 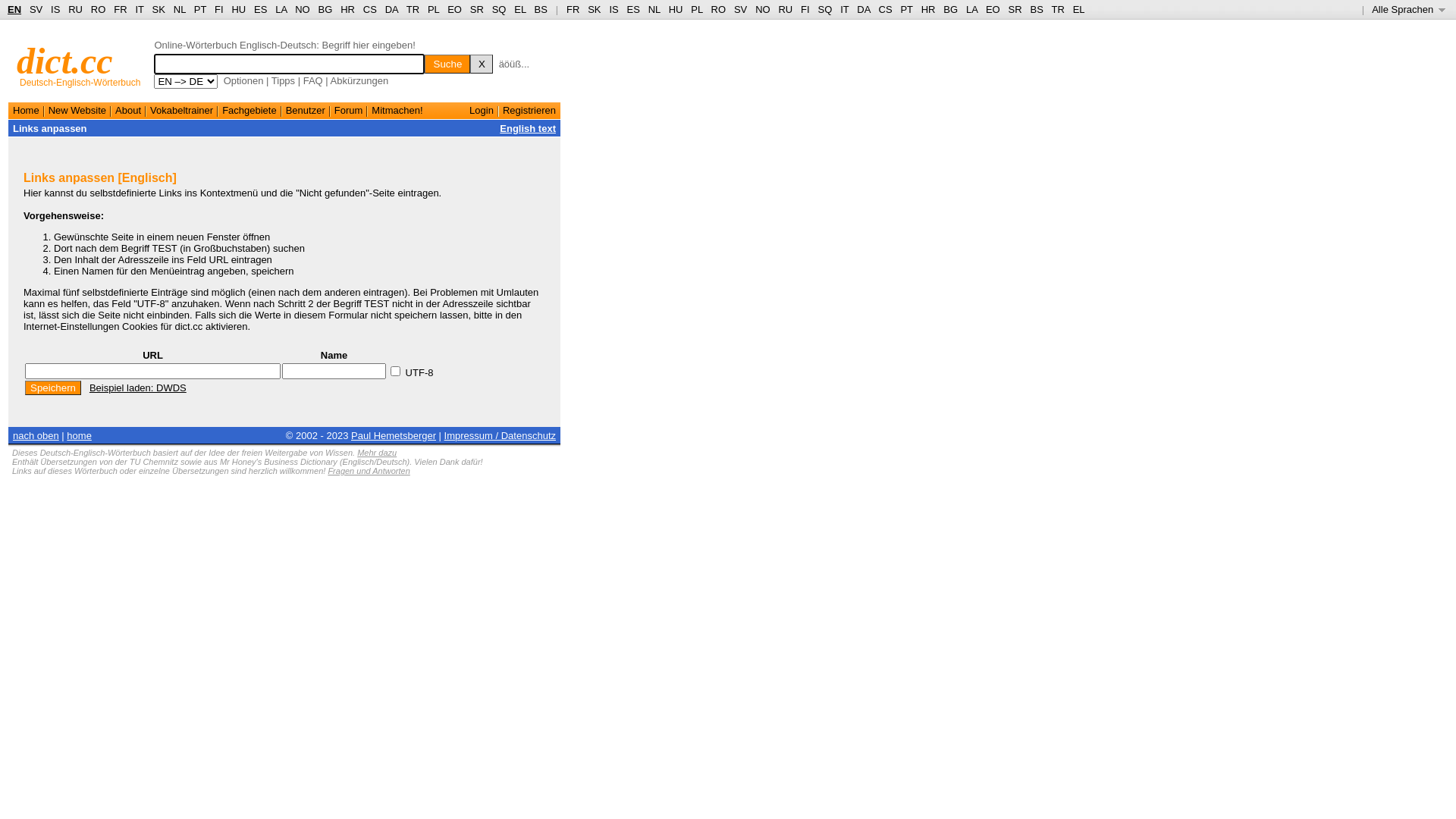 I want to click on 'EL', so click(x=519, y=9).